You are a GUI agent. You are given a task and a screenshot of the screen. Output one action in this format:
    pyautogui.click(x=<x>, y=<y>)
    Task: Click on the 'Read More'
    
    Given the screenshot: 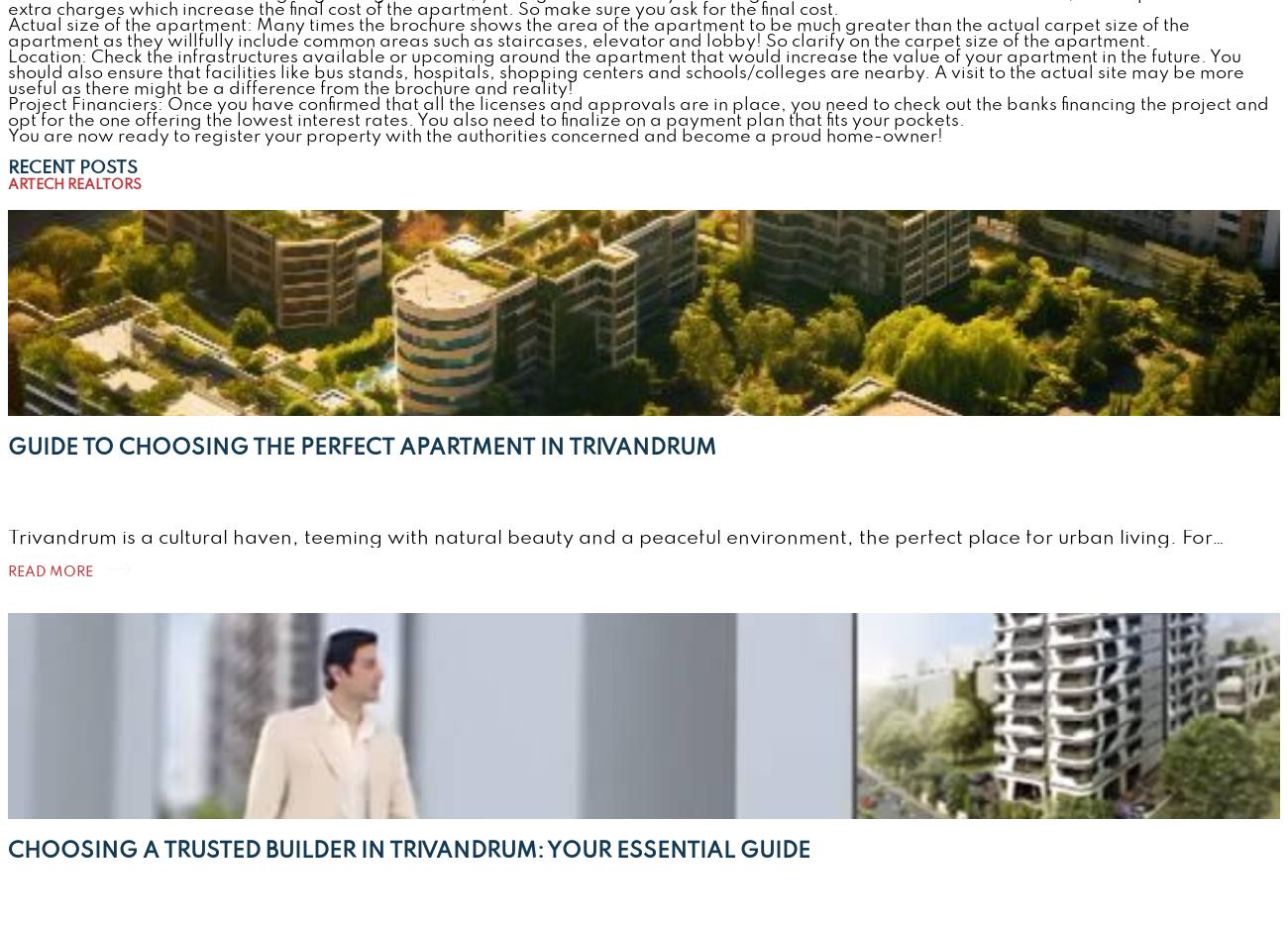 What is the action you would take?
    pyautogui.click(x=49, y=571)
    